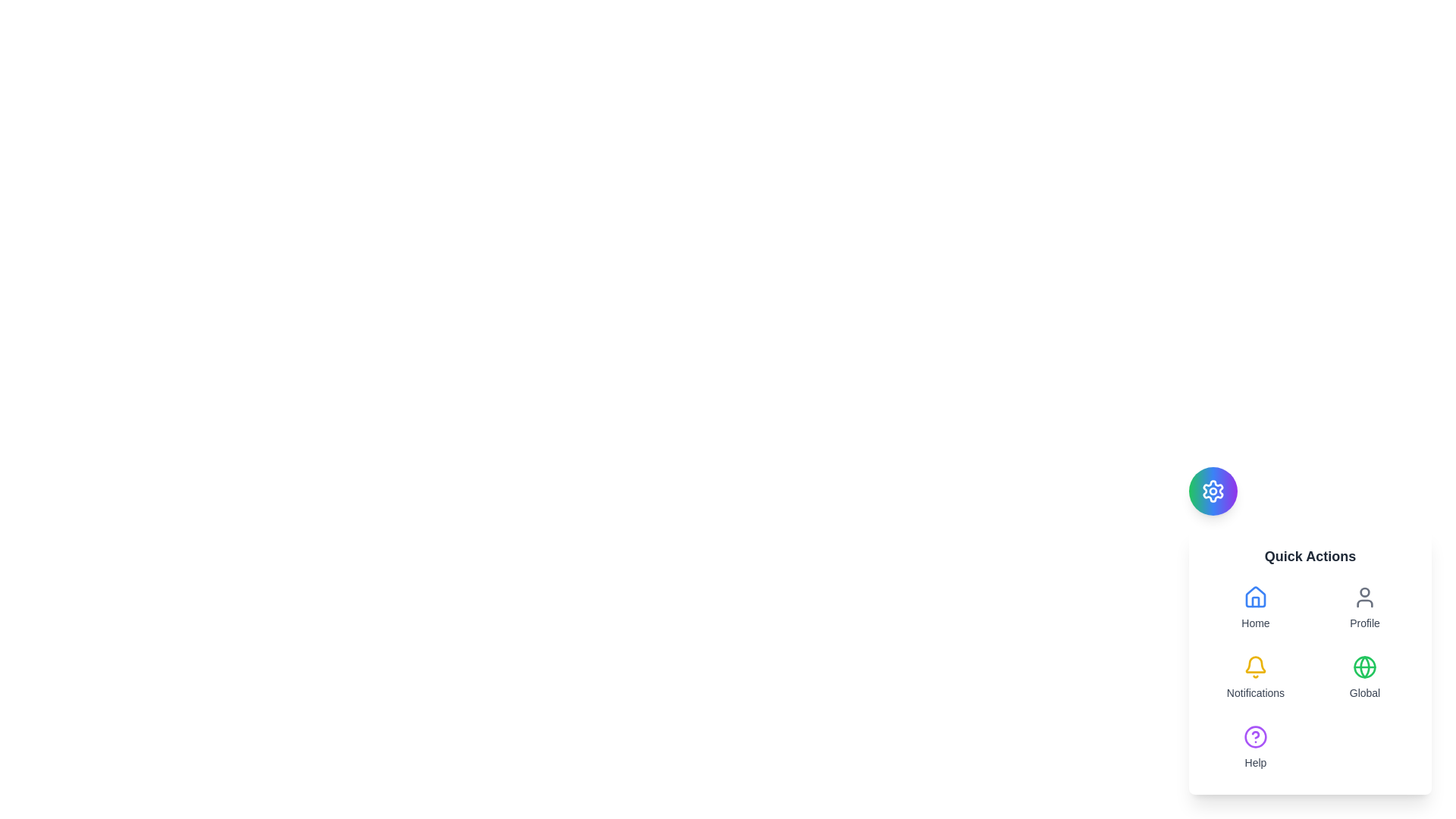 The height and width of the screenshot is (819, 1456). I want to click on the circular purple icon with a question mark symbol at its center, located in the bottom section of the 'Quick Actions' panel, so click(1256, 736).